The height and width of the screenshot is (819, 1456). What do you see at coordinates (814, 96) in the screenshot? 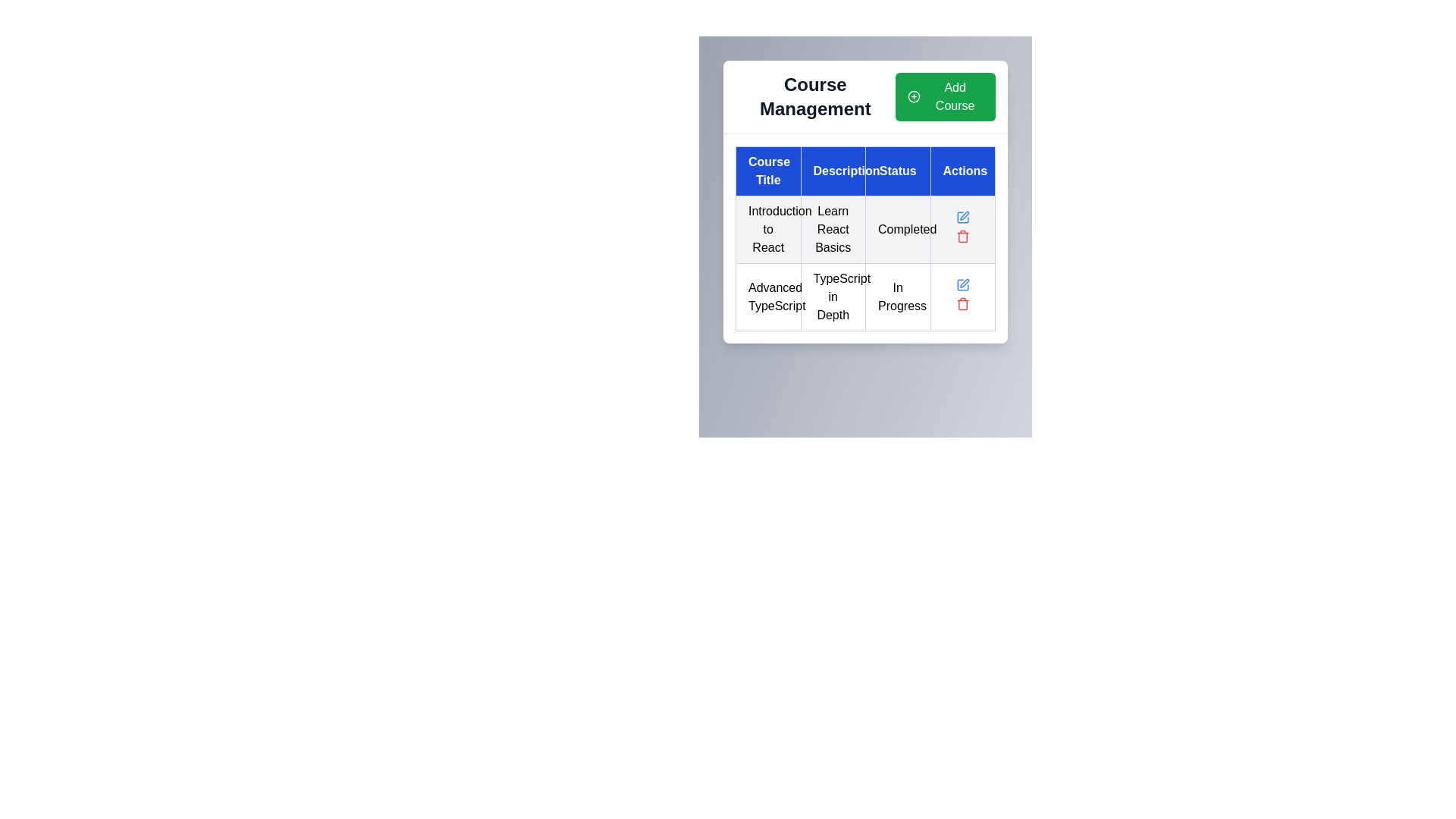
I see `the static text label that serves as the header title for the course management section, located to the left of the green 'Add Course' button` at bounding box center [814, 96].